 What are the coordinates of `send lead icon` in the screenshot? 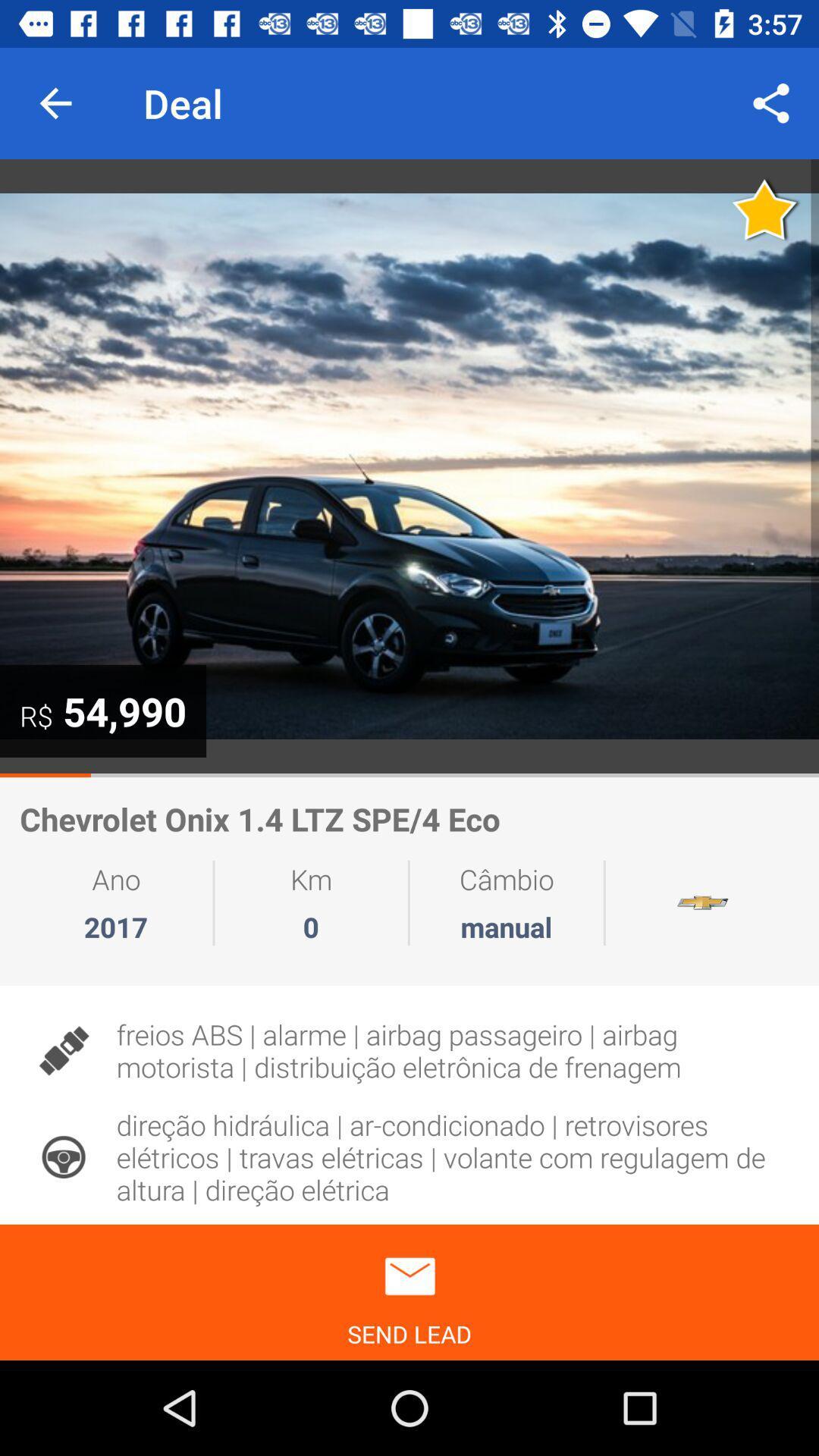 It's located at (409, 1291).